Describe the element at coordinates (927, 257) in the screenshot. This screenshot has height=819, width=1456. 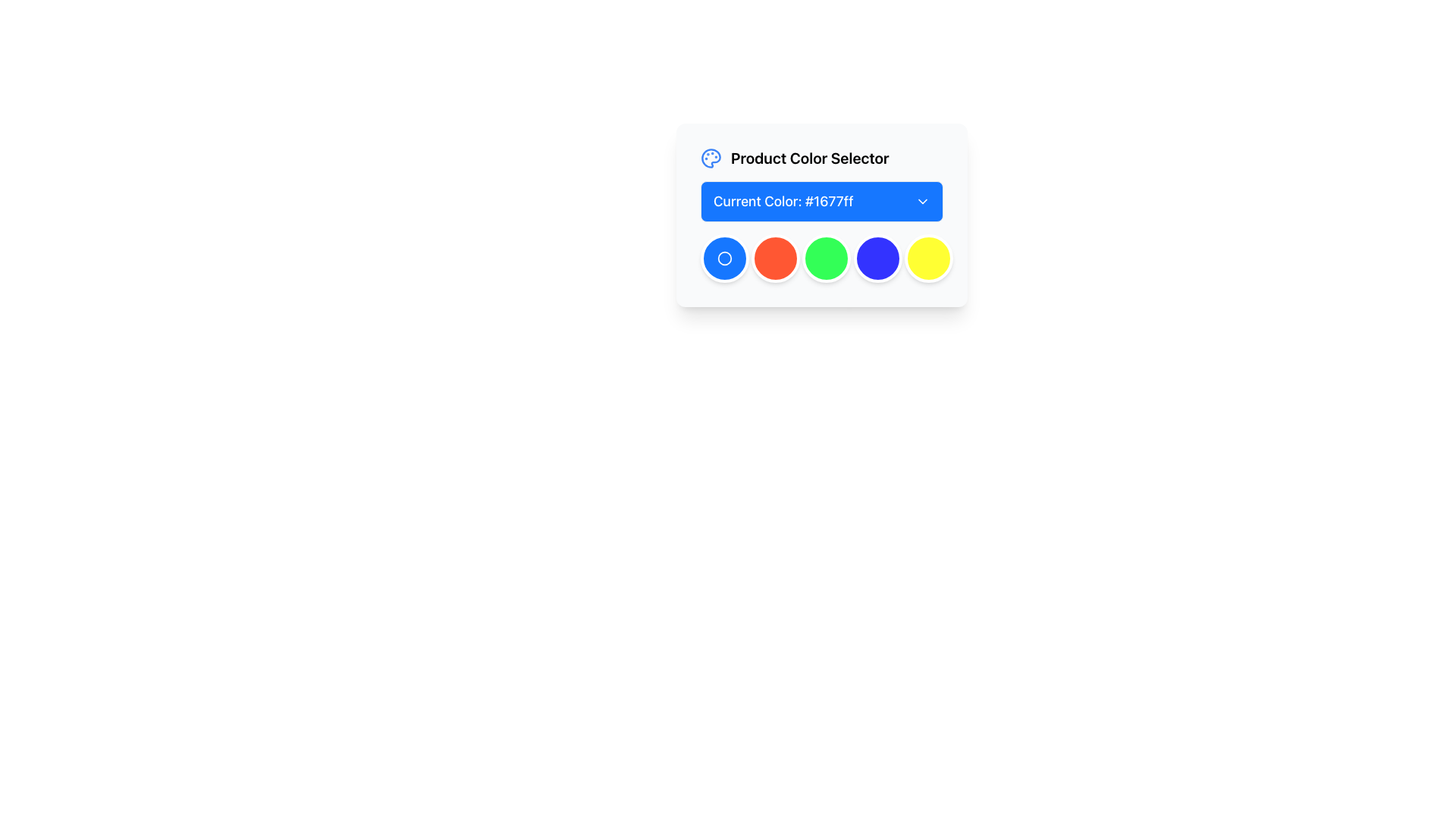
I see `the rightmost circular button with a yellow background` at that location.